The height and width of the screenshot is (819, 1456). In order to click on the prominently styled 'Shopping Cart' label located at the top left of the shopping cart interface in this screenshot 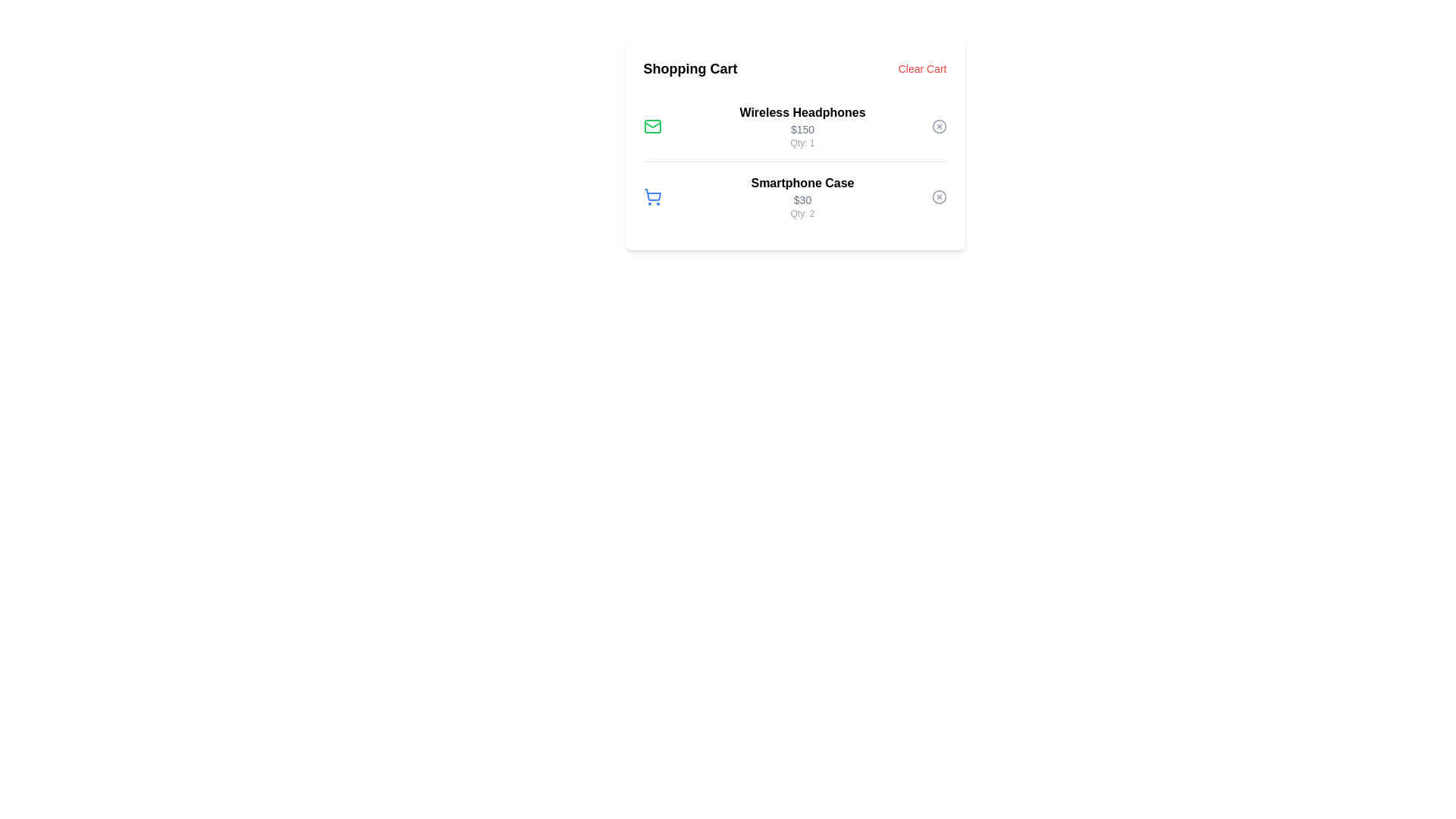, I will do `click(689, 69)`.